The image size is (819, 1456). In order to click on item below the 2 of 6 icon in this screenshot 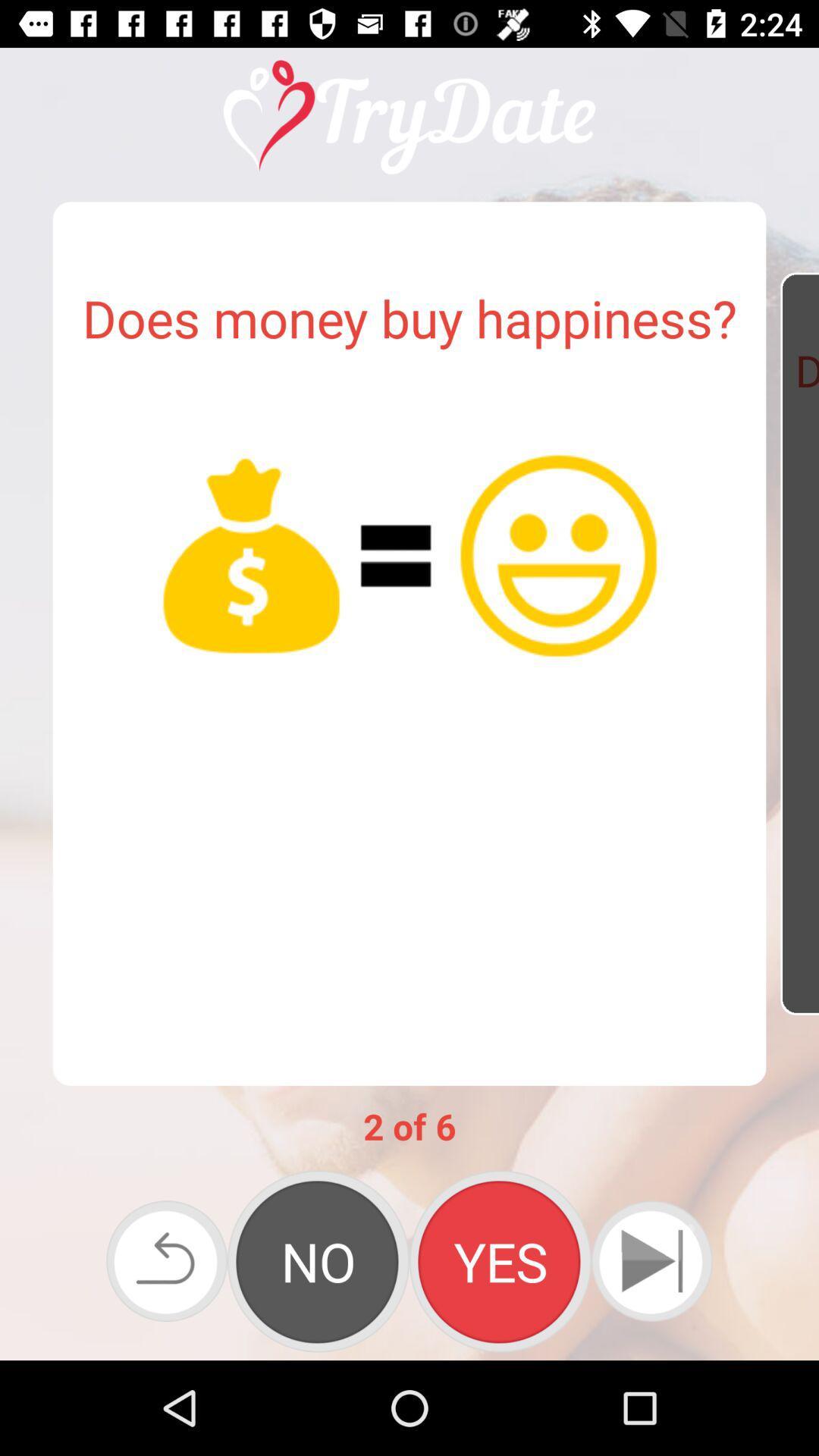, I will do `click(318, 1261)`.